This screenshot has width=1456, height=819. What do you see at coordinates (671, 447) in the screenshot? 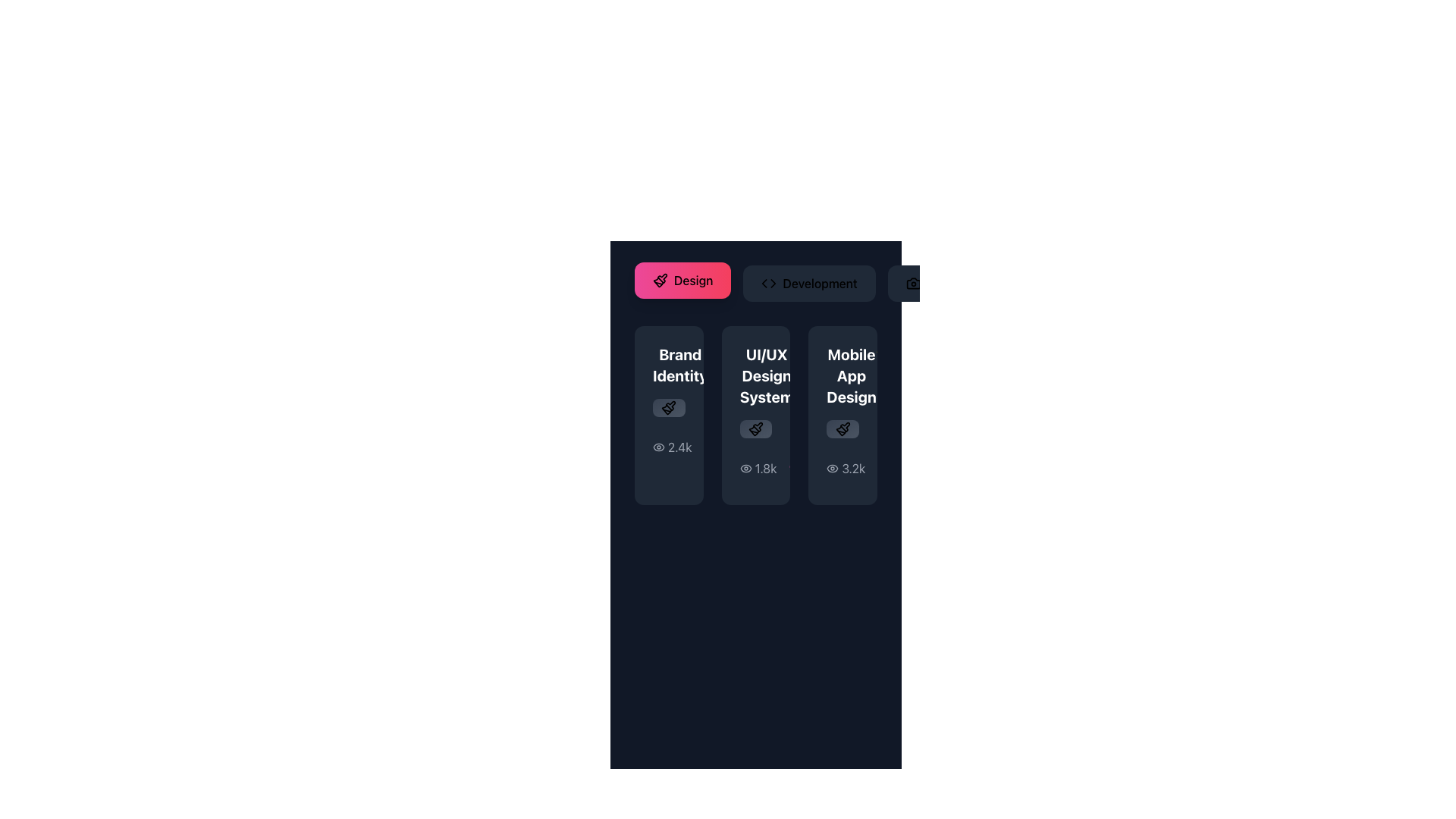
I see `the Text label displaying the number of views for the 'Brand Identity' item, located under the 'Design' section` at bounding box center [671, 447].